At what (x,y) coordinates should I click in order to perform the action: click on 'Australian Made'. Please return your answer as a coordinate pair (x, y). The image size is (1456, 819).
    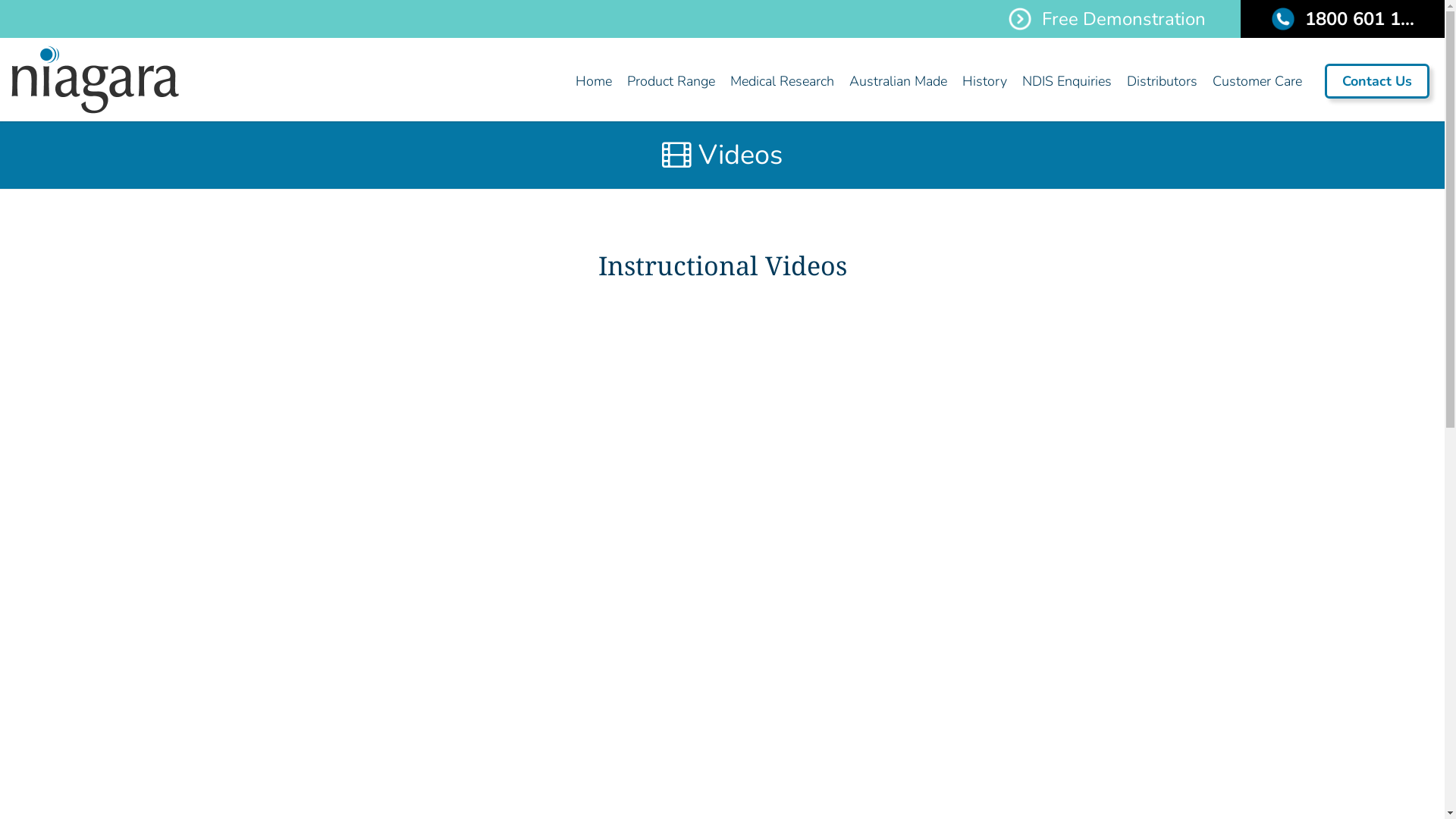
    Looking at the image, I should click on (840, 81).